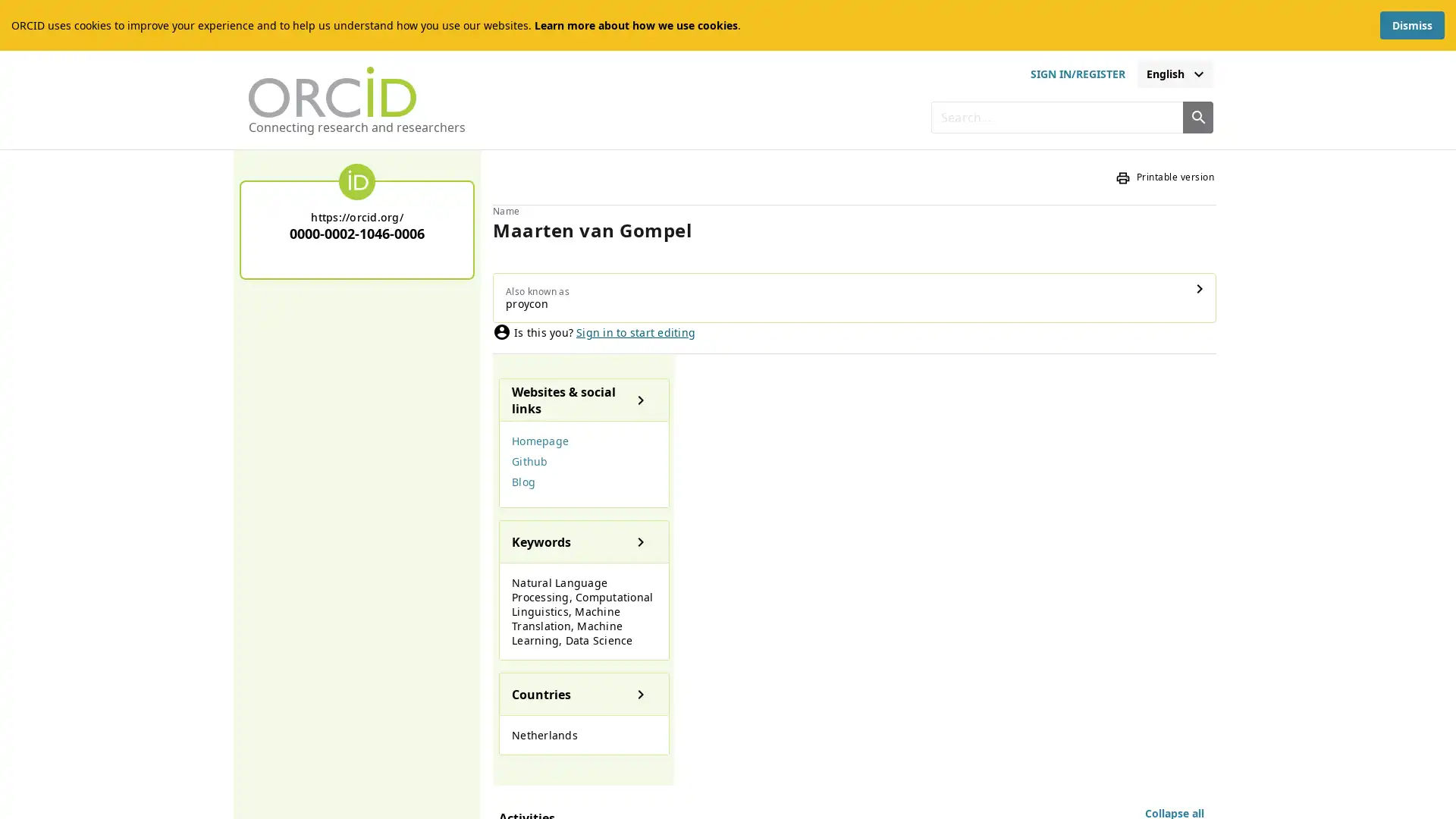 This screenshot has height=819, width=1456. What do you see at coordinates (1174, 337) in the screenshot?
I see `Collapse all` at bounding box center [1174, 337].